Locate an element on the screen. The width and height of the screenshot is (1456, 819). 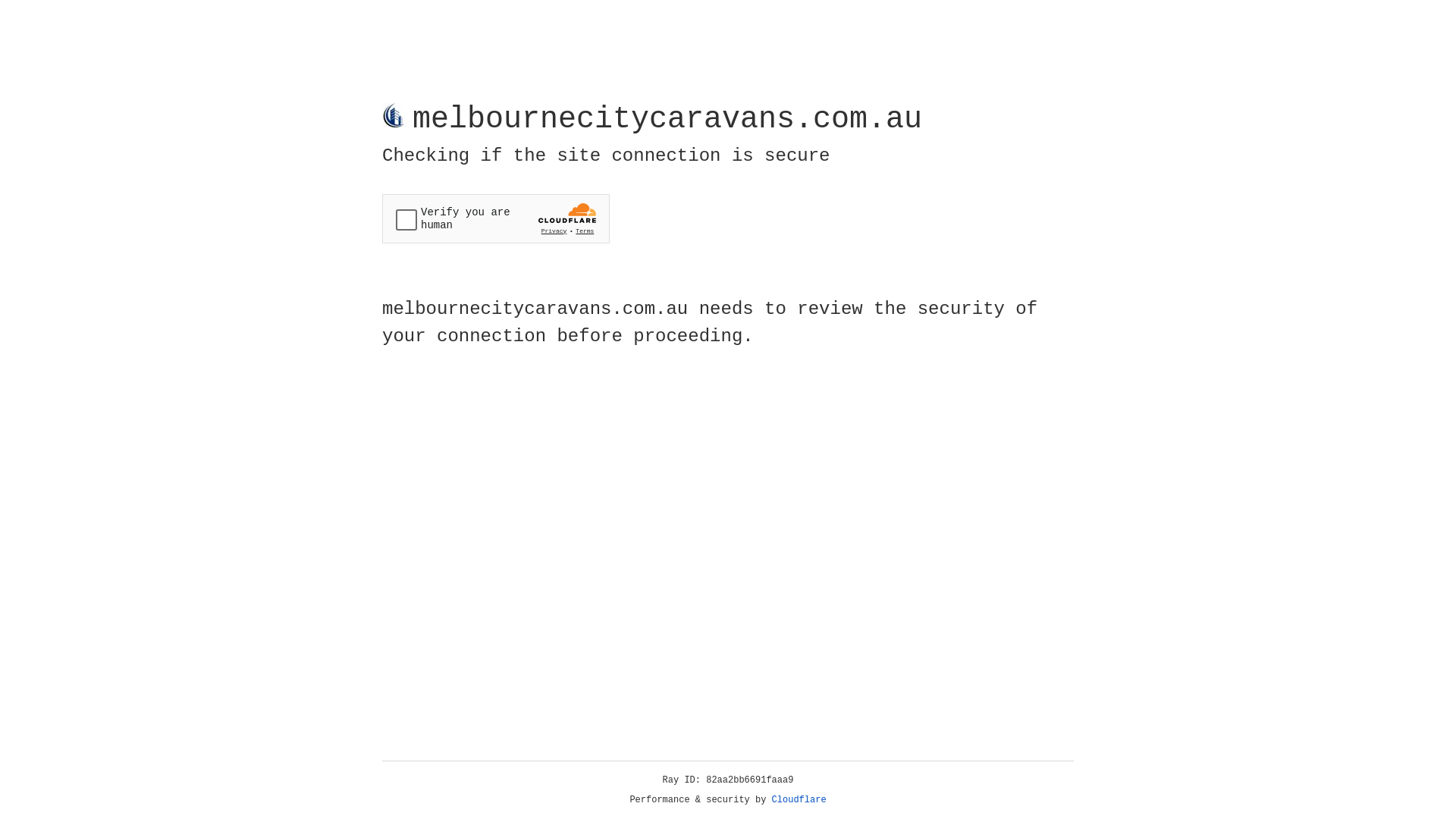
'Widget containing a Cloudflare security challenge' is located at coordinates (495, 218).